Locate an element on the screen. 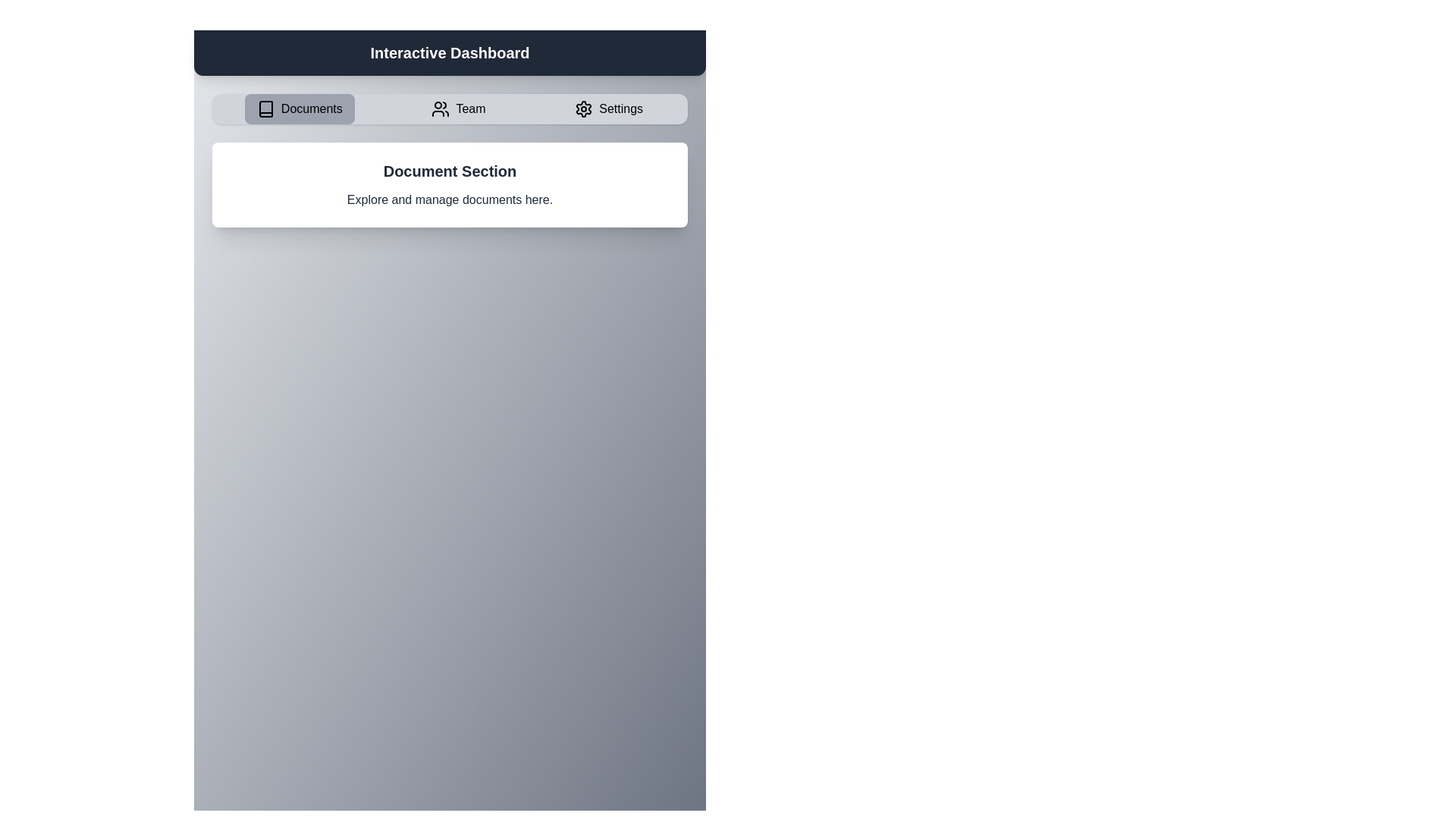  contents of the Header or Title Banner, which serves as the primary title for the interactive dashboard interface is located at coordinates (449, 52).